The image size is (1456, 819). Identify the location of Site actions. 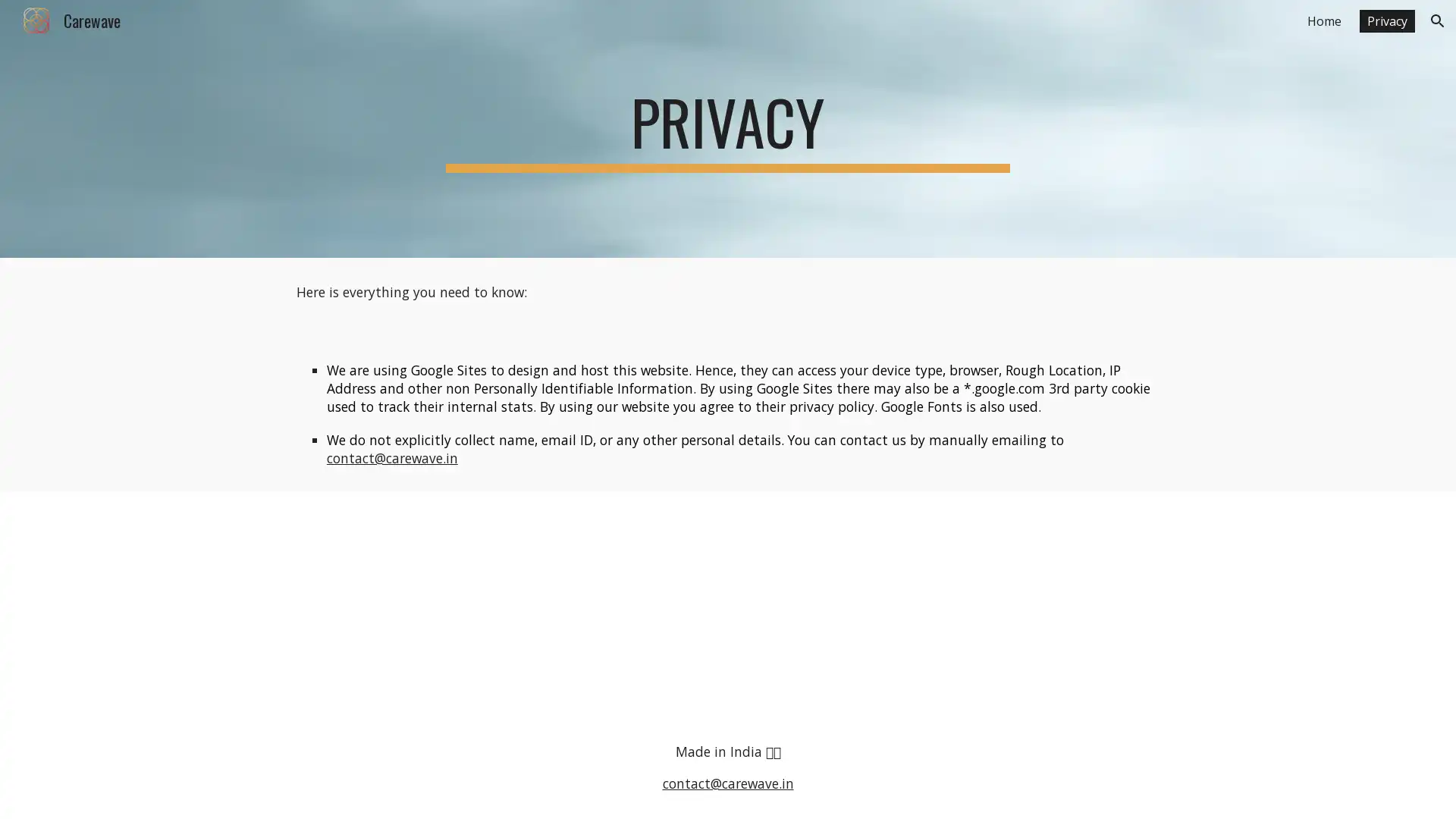
(27, 792).